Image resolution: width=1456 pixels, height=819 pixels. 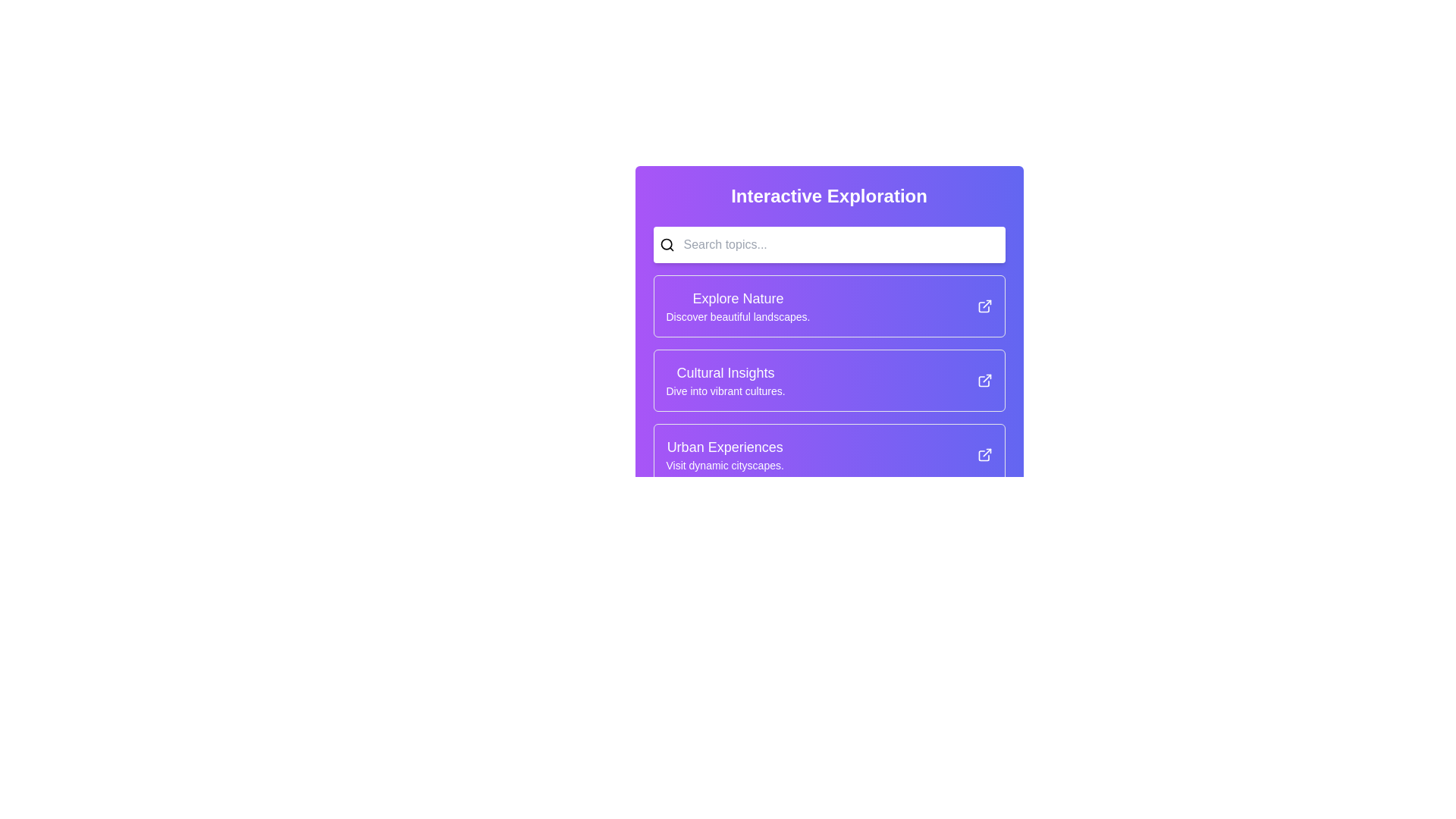 What do you see at coordinates (828, 379) in the screenshot?
I see `the 'Cultural Insights' interactive link component` at bounding box center [828, 379].